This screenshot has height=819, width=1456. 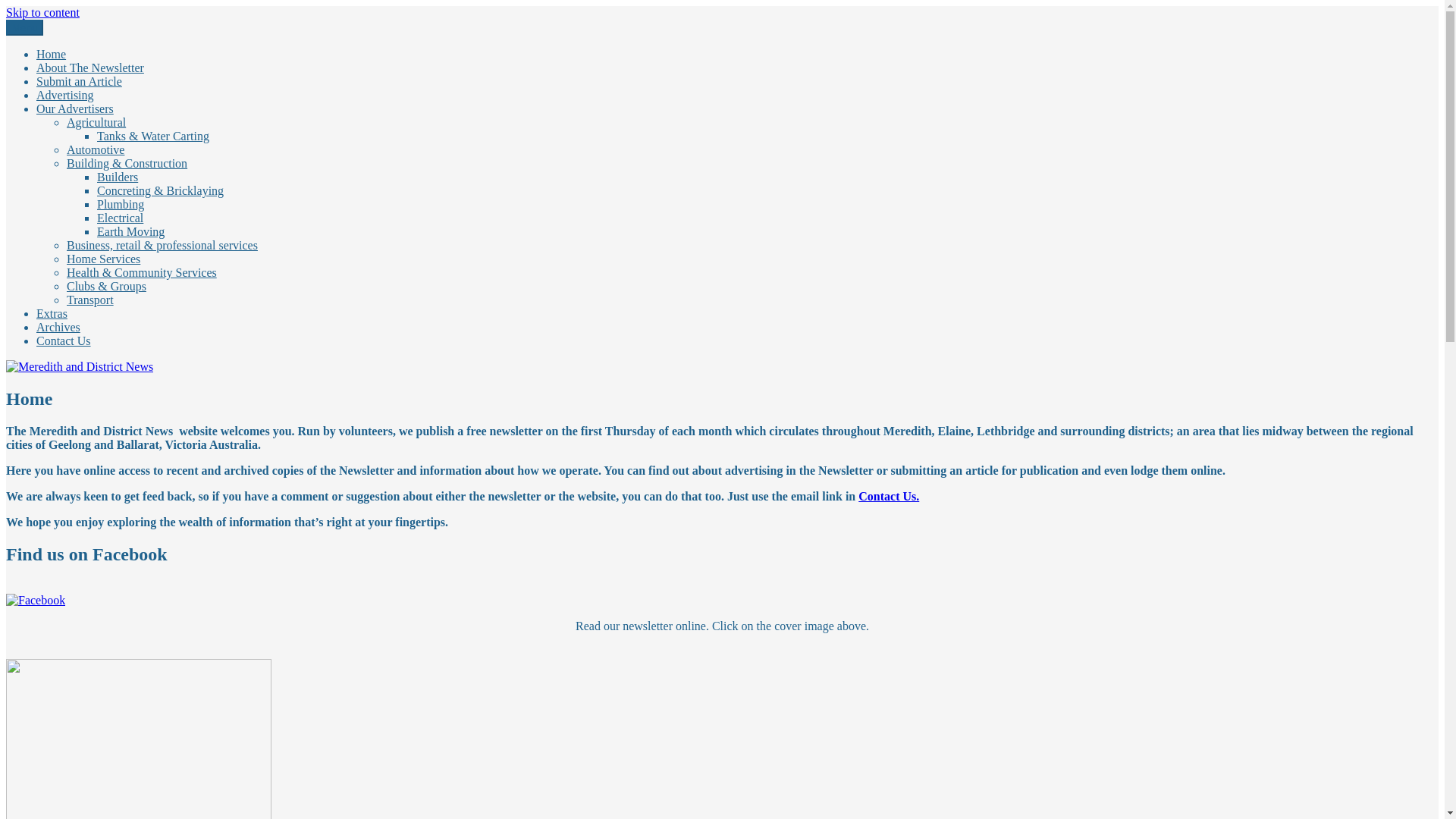 I want to click on 'Home Services', so click(x=102, y=258).